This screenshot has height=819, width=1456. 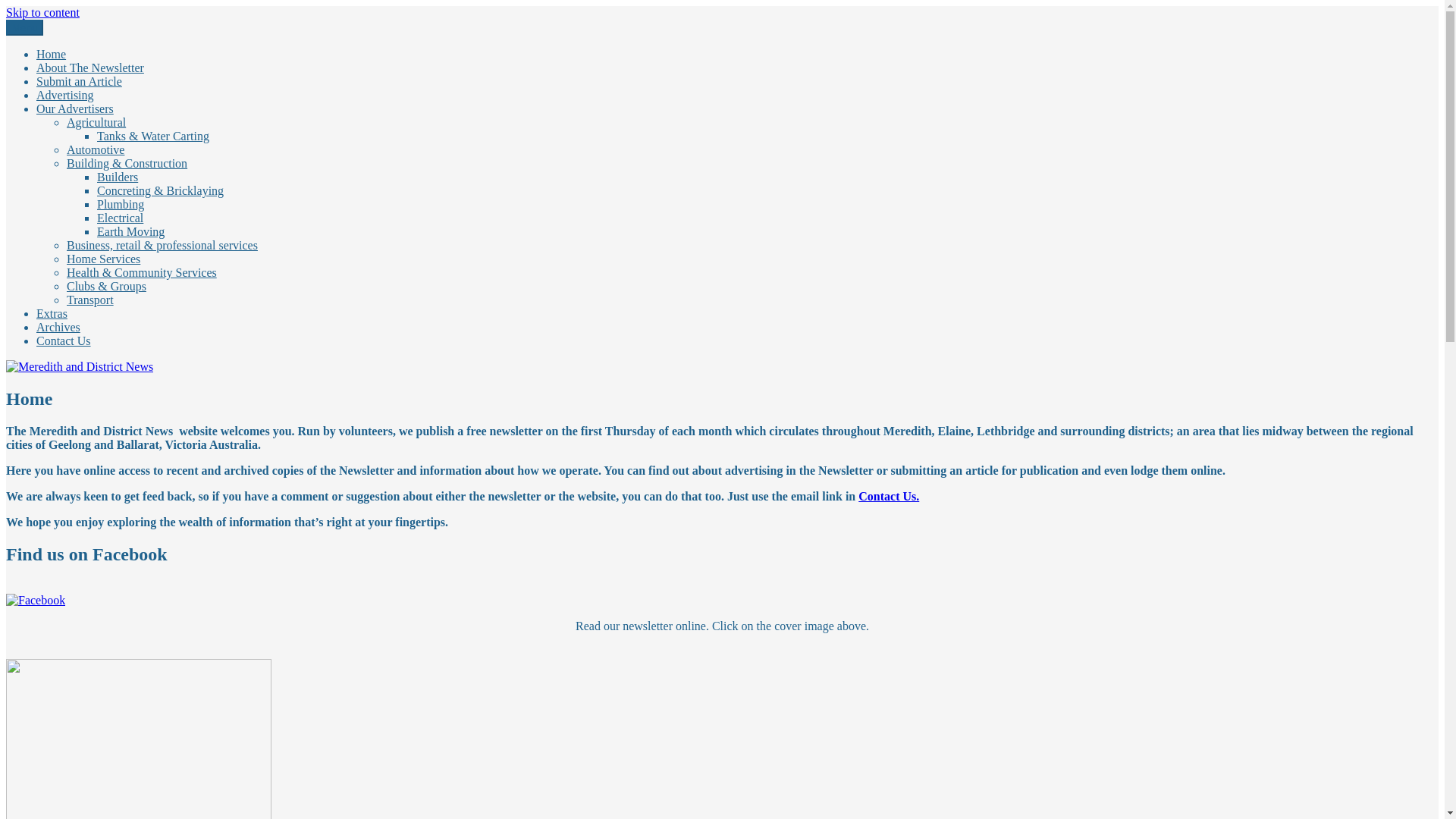 I want to click on 'Home Services', so click(x=102, y=258).